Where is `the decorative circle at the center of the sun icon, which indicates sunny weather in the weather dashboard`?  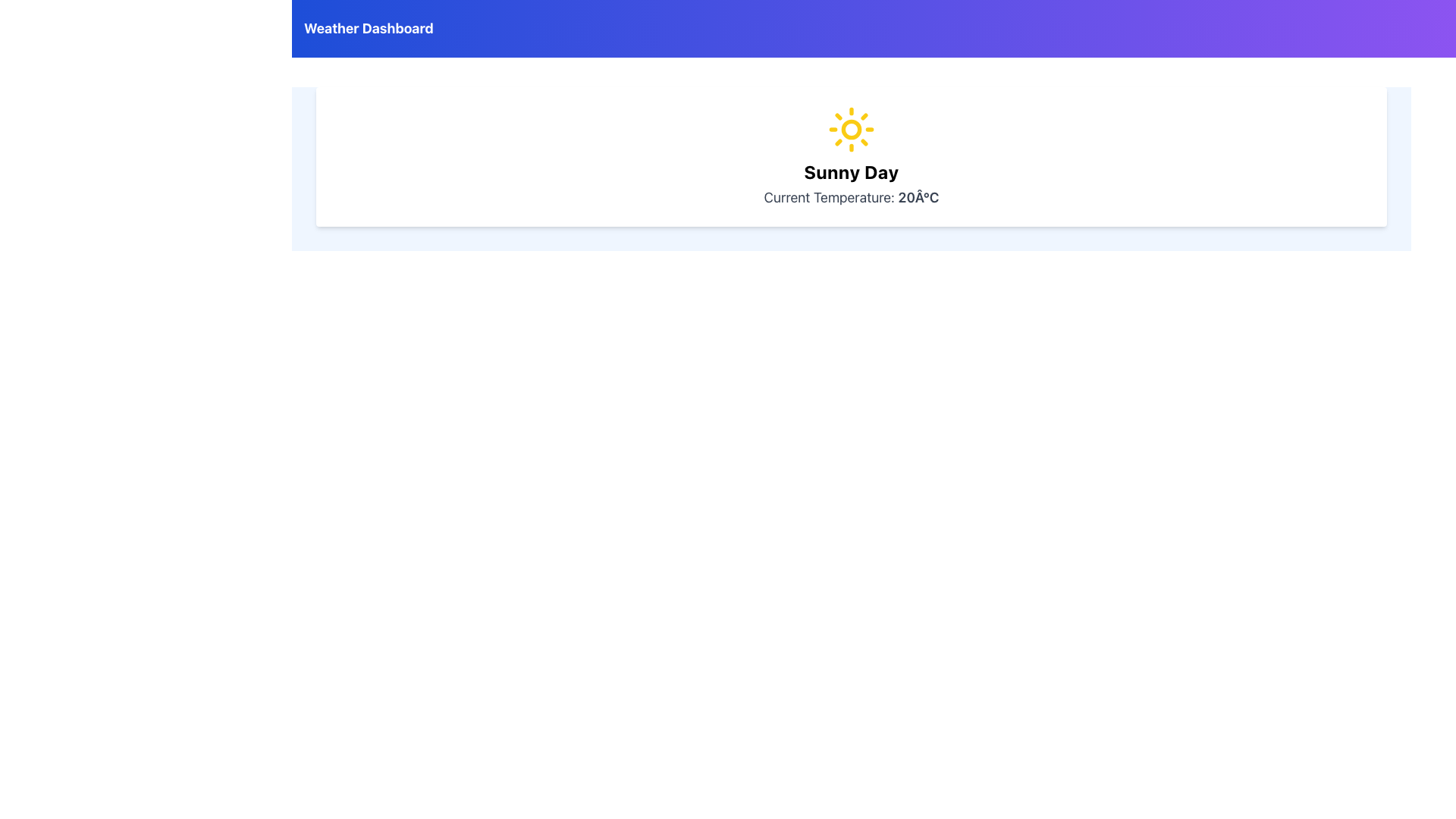
the decorative circle at the center of the sun icon, which indicates sunny weather in the weather dashboard is located at coordinates (852, 128).